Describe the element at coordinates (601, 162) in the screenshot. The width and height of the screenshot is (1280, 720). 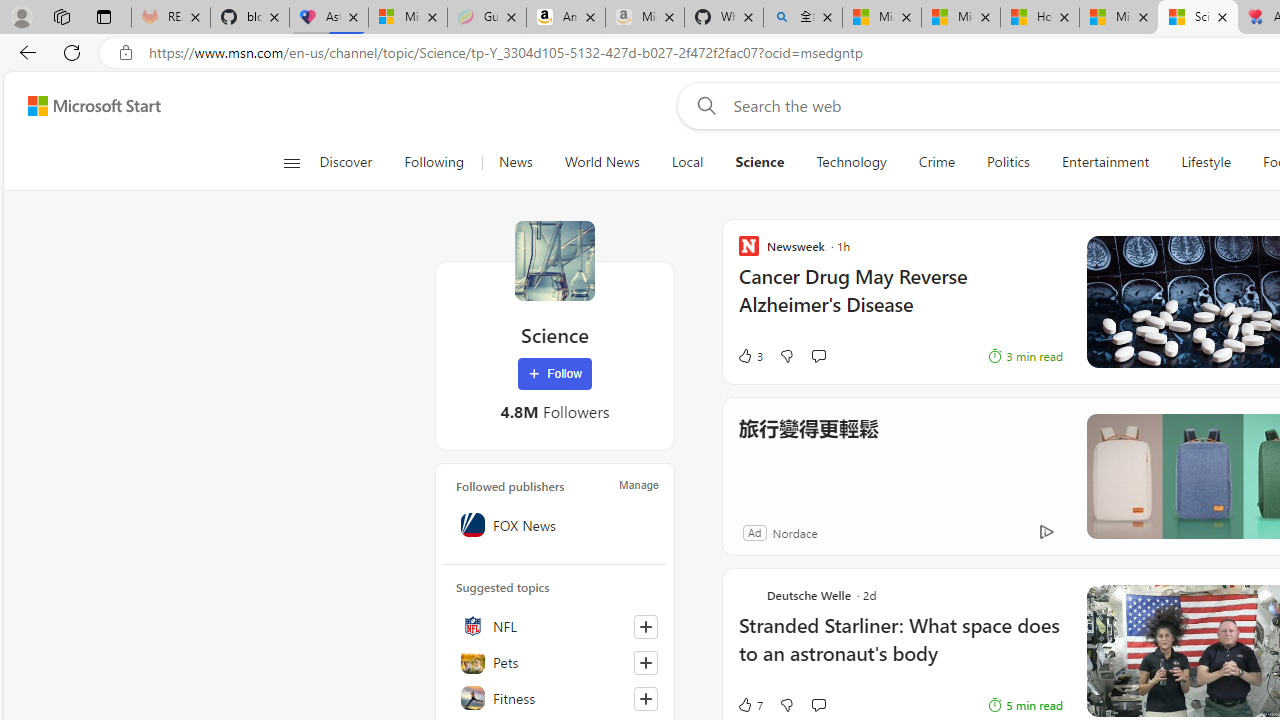
I see `'World News'` at that location.